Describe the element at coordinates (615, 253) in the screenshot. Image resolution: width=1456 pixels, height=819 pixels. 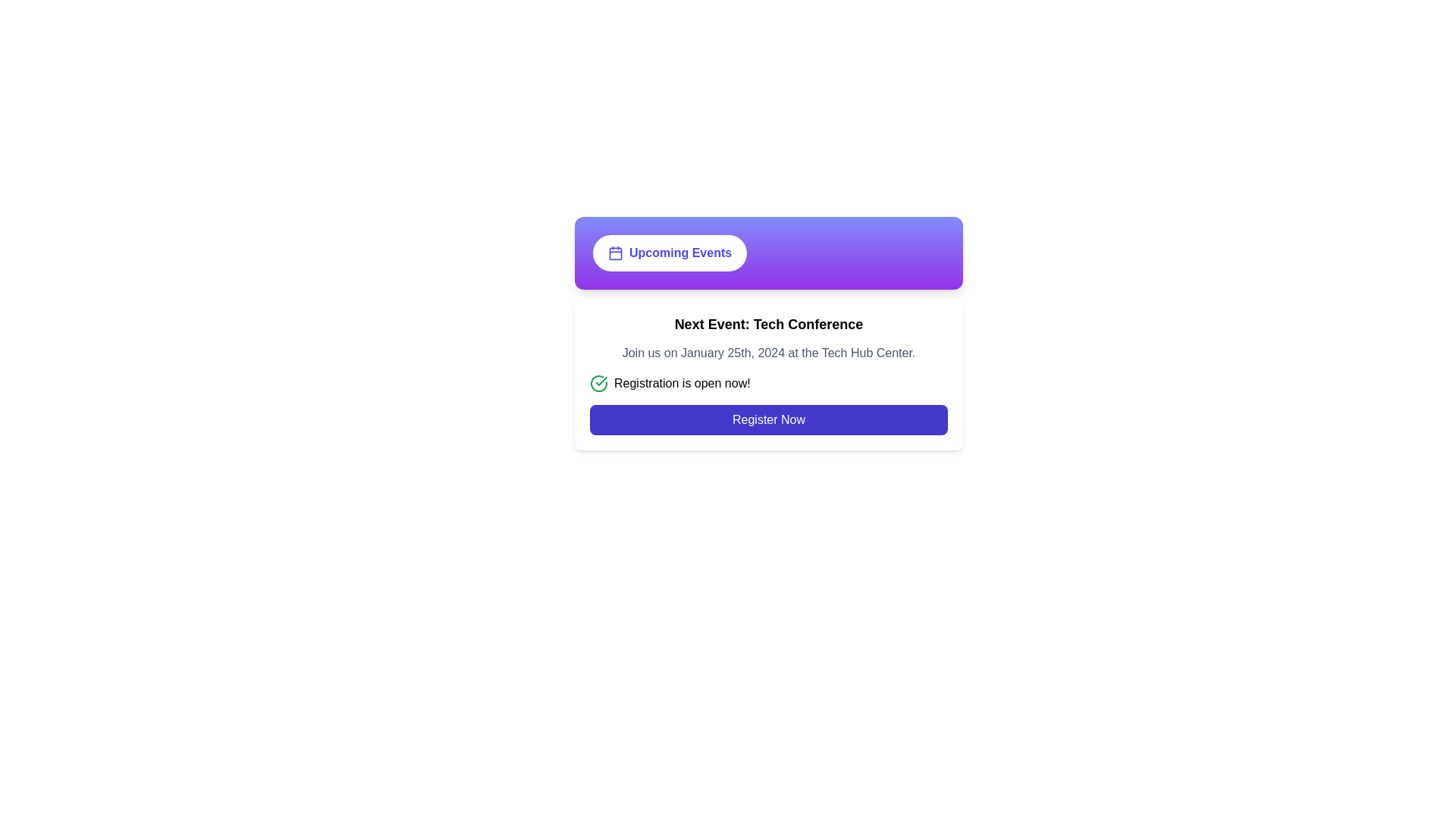
I see `the calendar icon located on the leftmost part of the 'Upcoming Events' button, which is situated in the upper region of a card with a gradient background` at that location.